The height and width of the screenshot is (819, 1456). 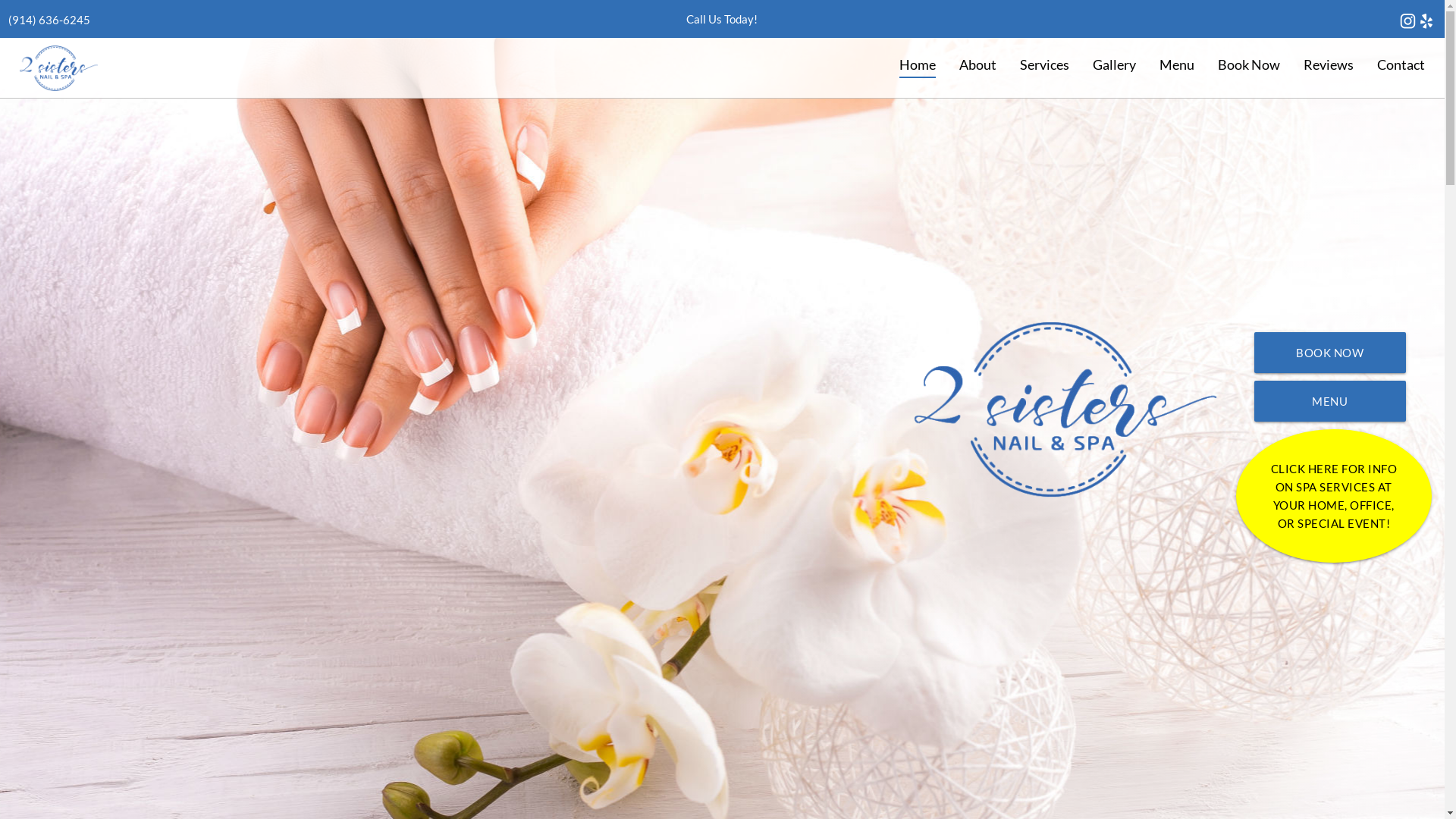 I want to click on 'Gallery', so click(x=1113, y=64).